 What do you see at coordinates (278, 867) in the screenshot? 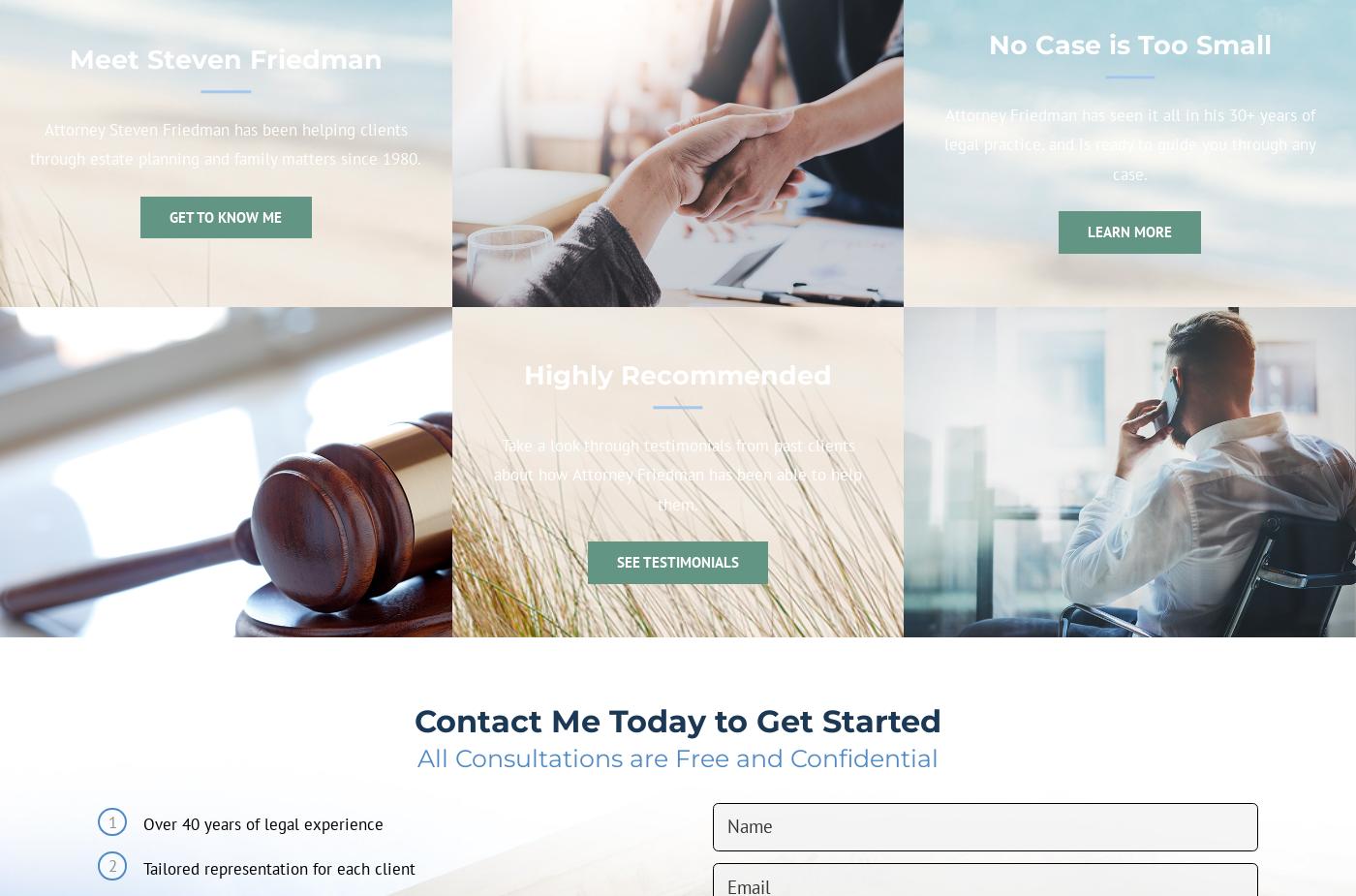
I see `'Tailored representation for each client'` at bounding box center [278, 867].